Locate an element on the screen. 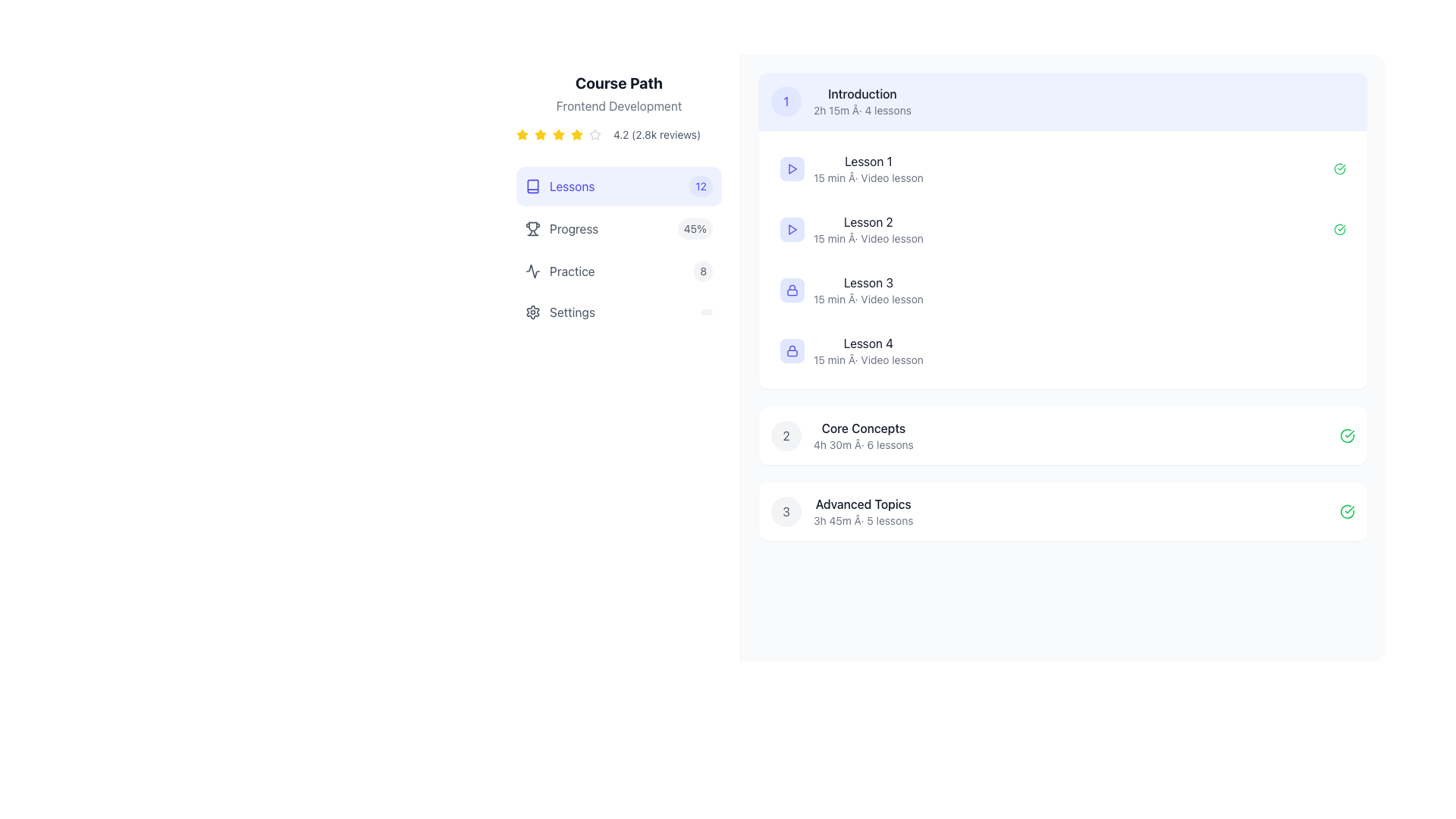  the completion verification icon located on the right side of the second item in the 'Introduction' section is located at coordinates (1339, 230).